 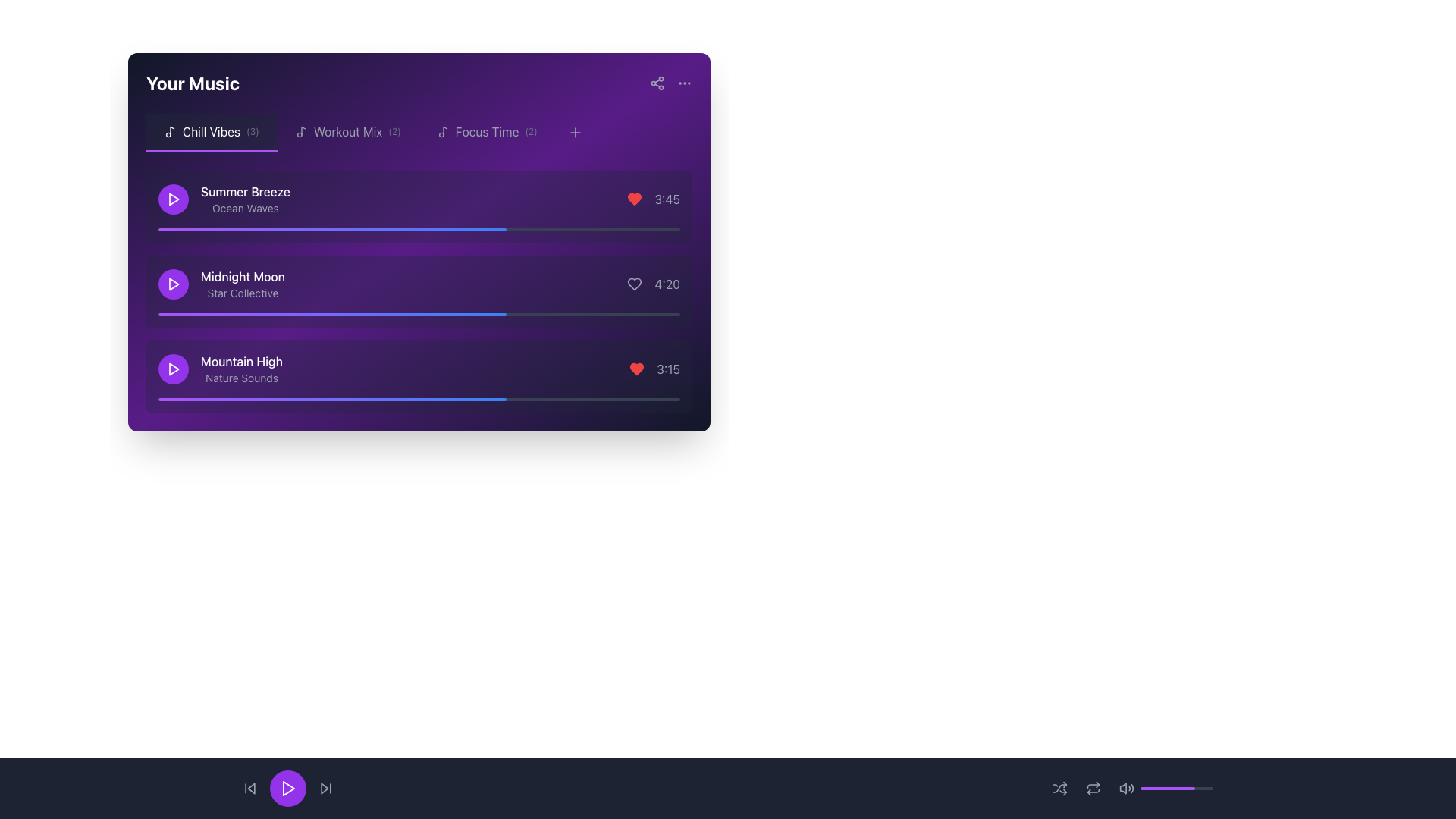 What do you see at coordinates (245, 198) in the screenshot?
I see `displayed information of the music track label located in the 'Your Music' list, which is the first item beneath the 'Chill Vibes' tab, positioned to the right of the circular purple play button` at bounding box center [245, 198].